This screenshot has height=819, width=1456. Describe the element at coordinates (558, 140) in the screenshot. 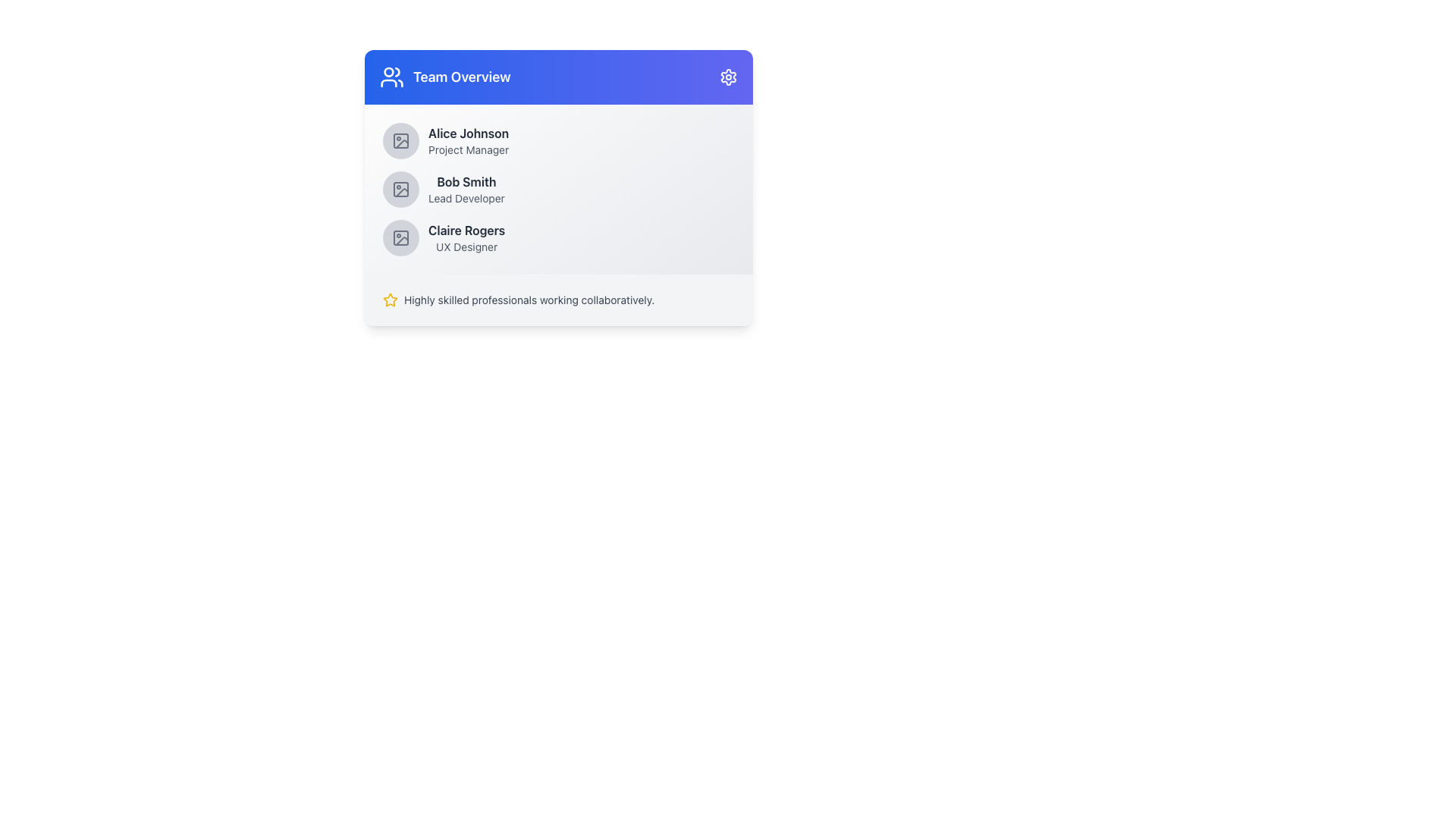

I see `the User Information Card displaying 'Alice Johnson'` at that location.